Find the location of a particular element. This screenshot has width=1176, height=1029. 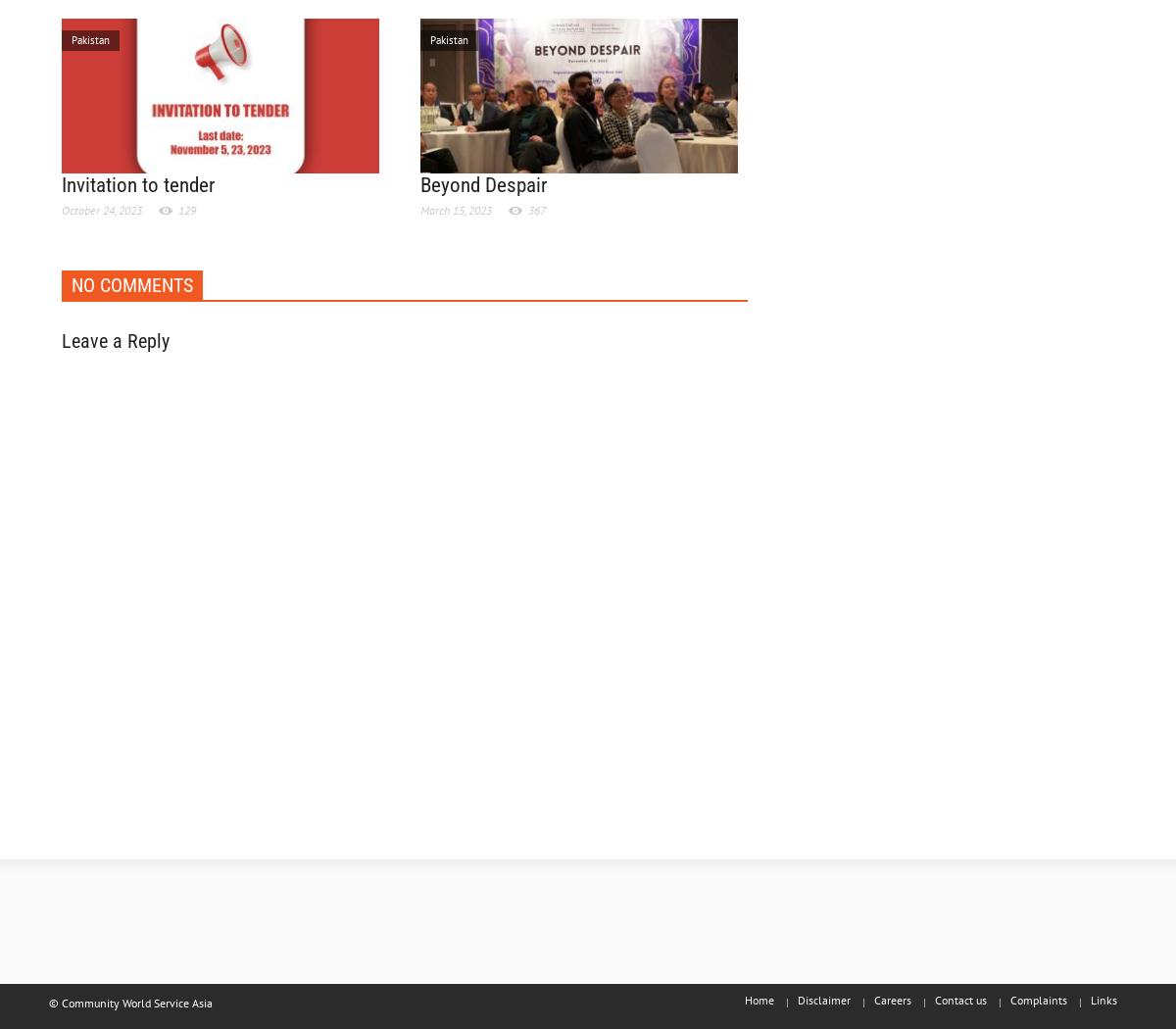

'Invitation to tender' is located at coordinates (138, 184).